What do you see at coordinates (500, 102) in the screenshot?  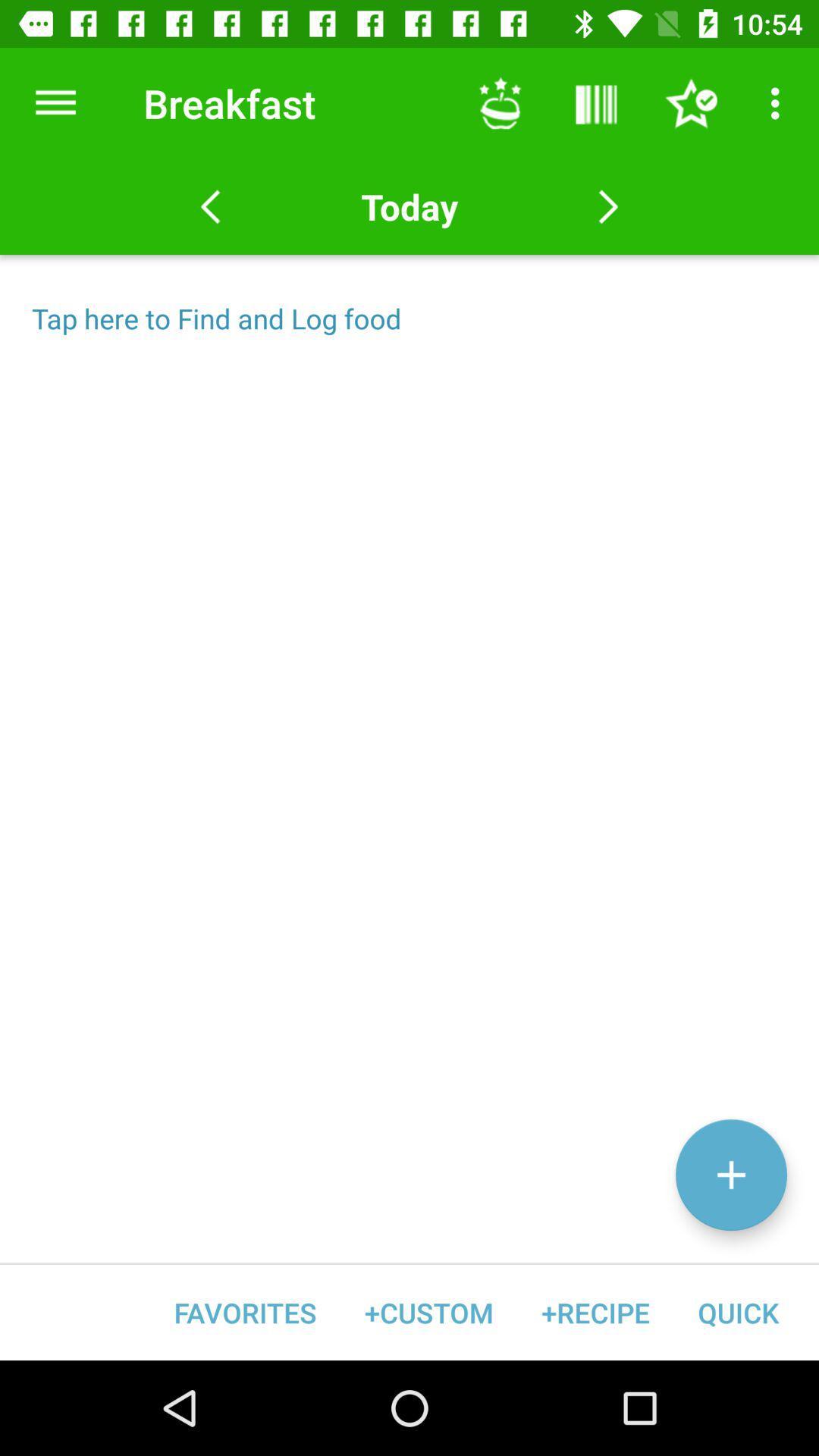 I see `the item next to breakfast item` at bounding box center [500, 102].